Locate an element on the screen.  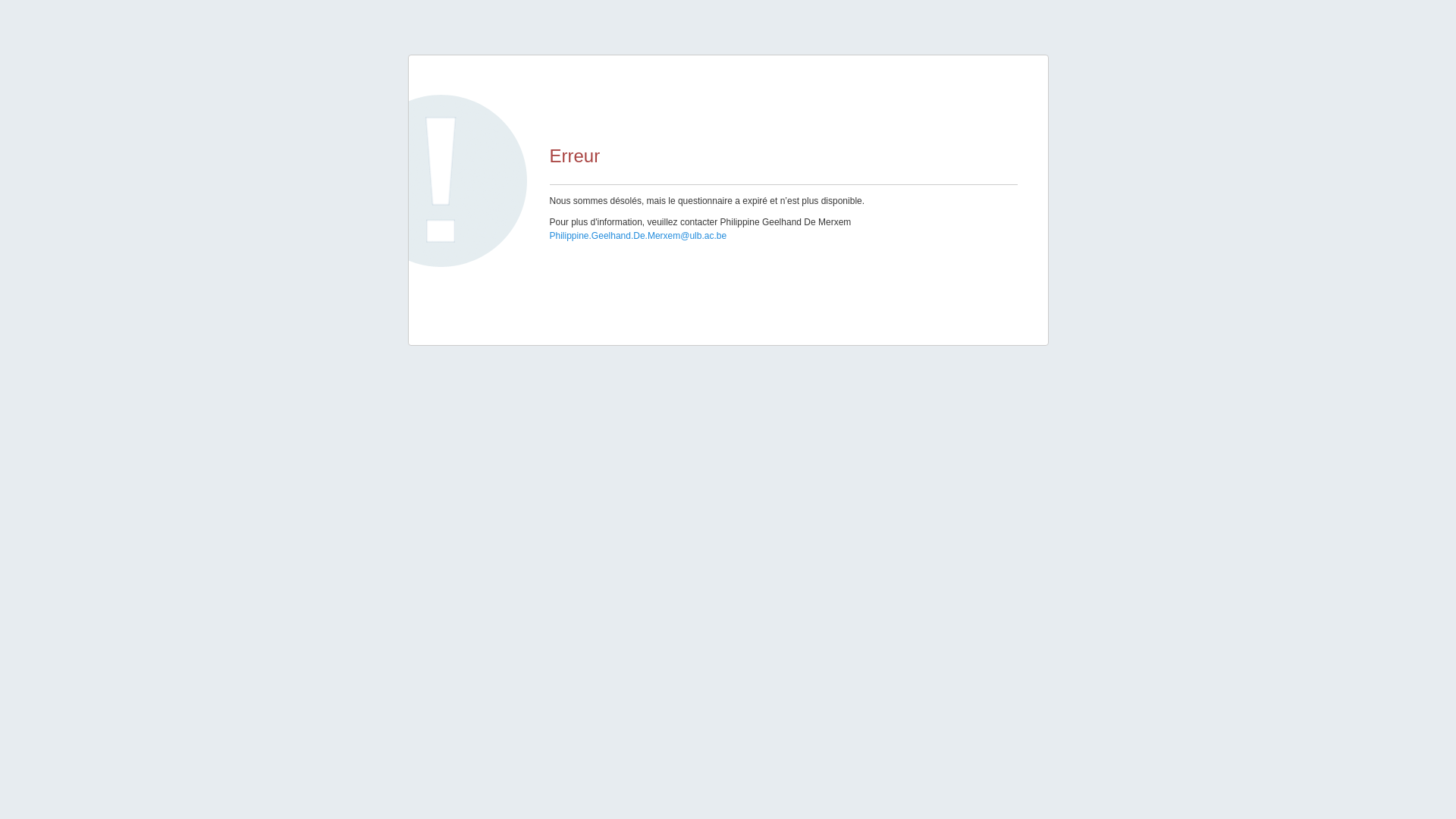
'Philippine.Geelhand.De.Merxem@ulb.ac.be' is located at coordinates (637, 236).